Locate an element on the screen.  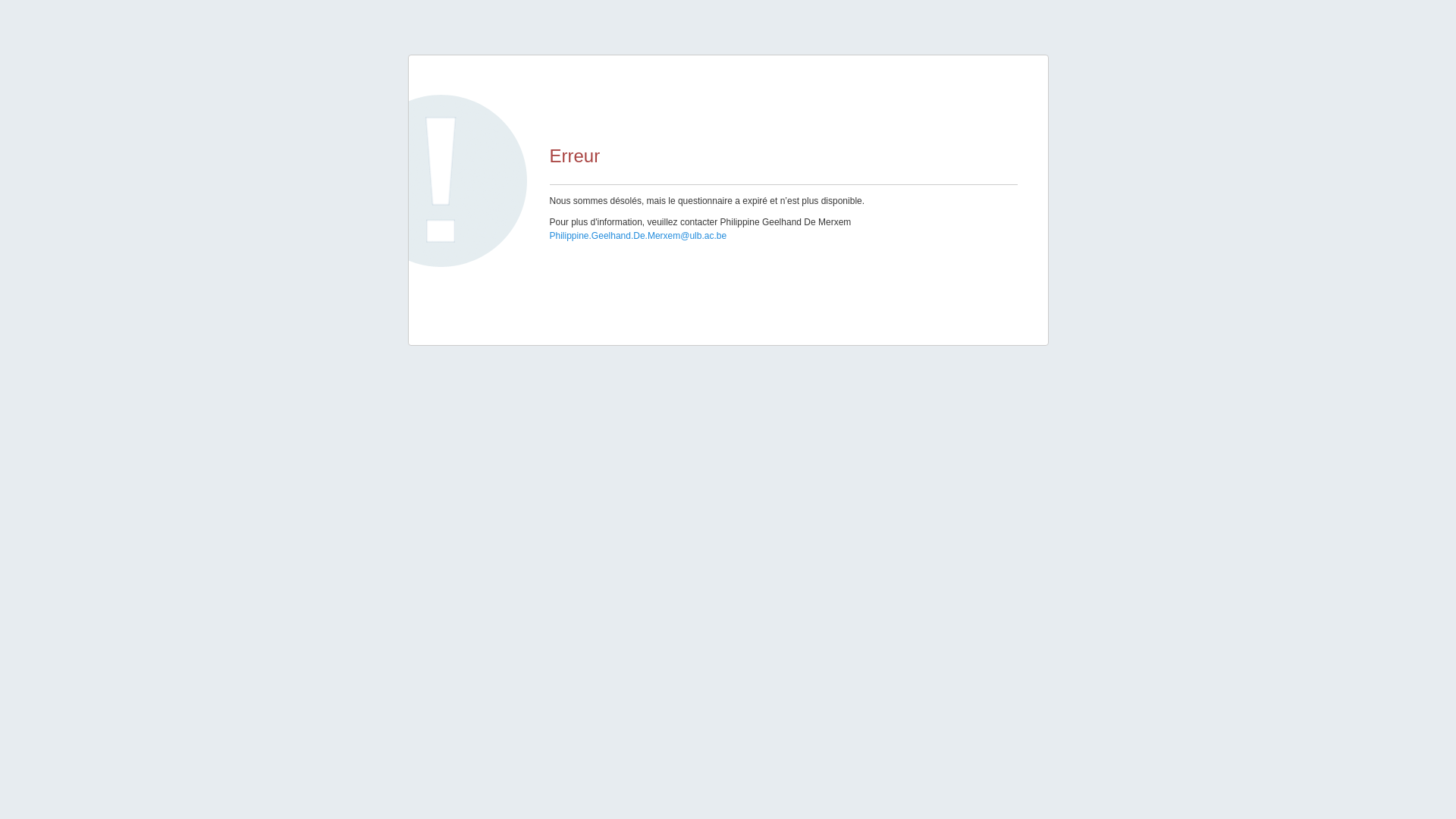
'Philippine.Geelhand.De.Merxem@ulb.ac.be' is located at coordinates (637, 236).